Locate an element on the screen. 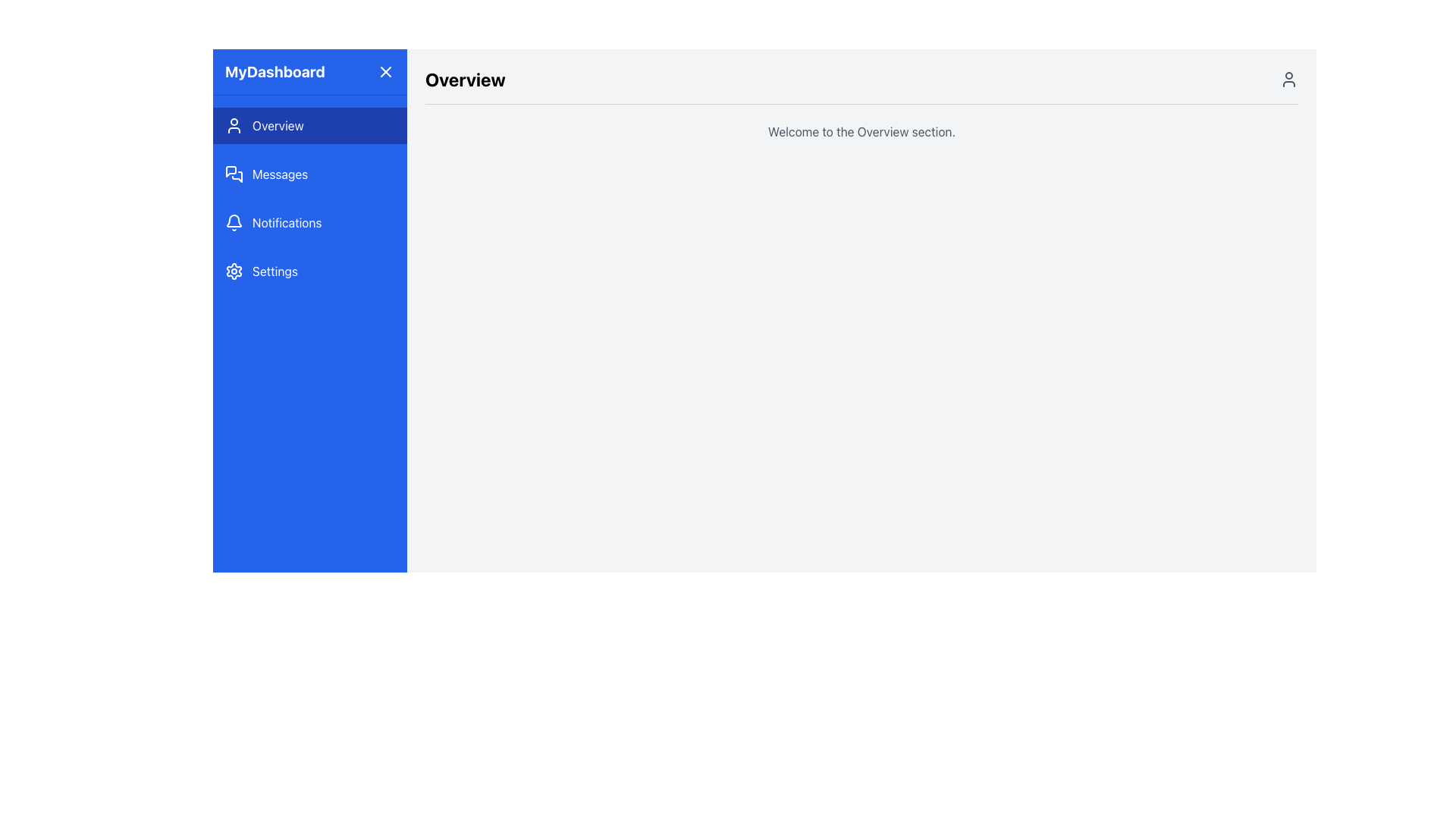 The width and height of the screenshot is (1456, 819). the 'Notifications' button, which is the third item in the vertical navigation menu on the left sidebar is located at coordinates (309, 222).